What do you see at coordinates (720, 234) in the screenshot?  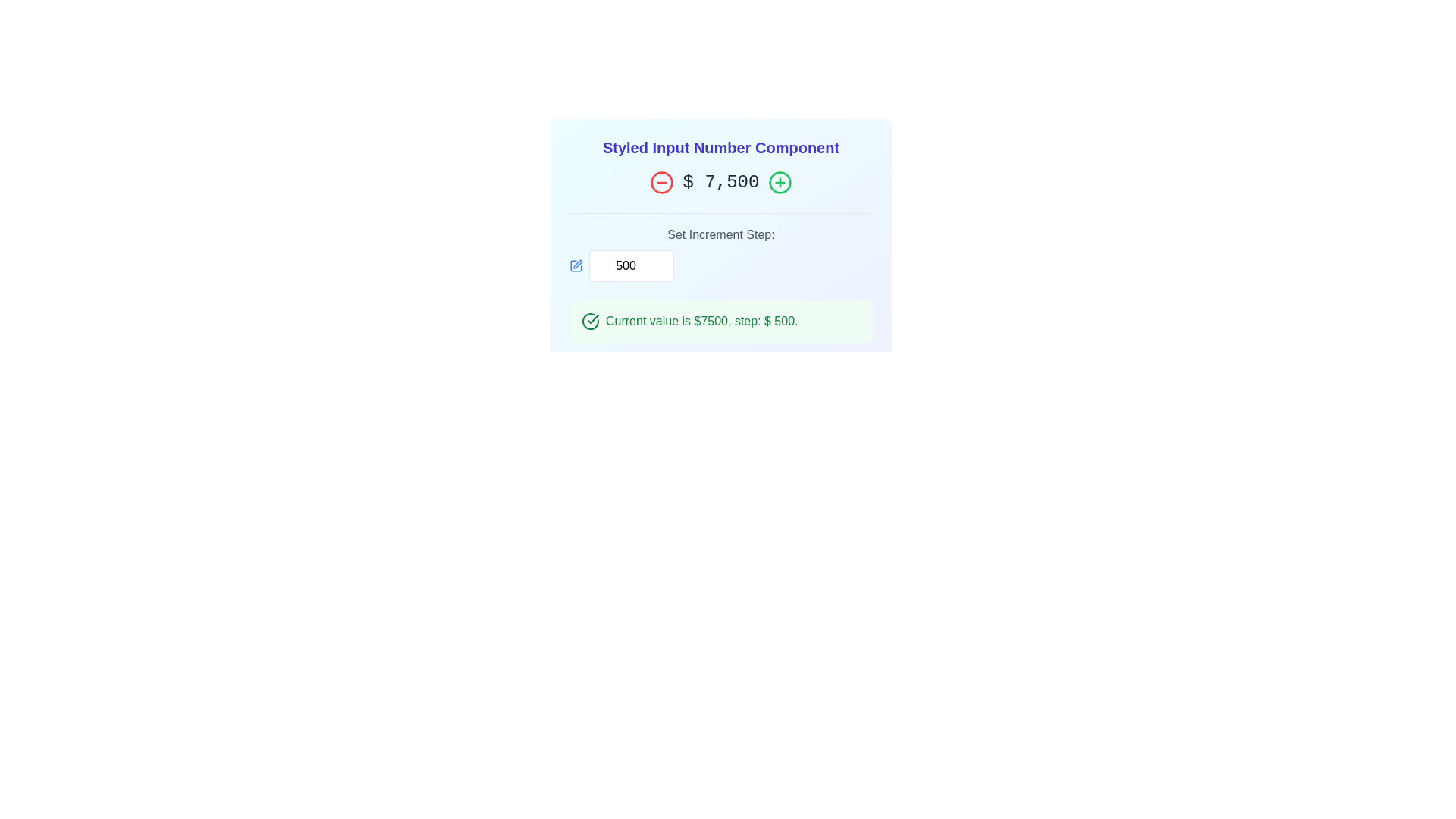 I see `the label displaying 'Set Increment Step:' which is styled with a slight gray tone and positioned above the numeric input field` at bounding box center [720, 234].